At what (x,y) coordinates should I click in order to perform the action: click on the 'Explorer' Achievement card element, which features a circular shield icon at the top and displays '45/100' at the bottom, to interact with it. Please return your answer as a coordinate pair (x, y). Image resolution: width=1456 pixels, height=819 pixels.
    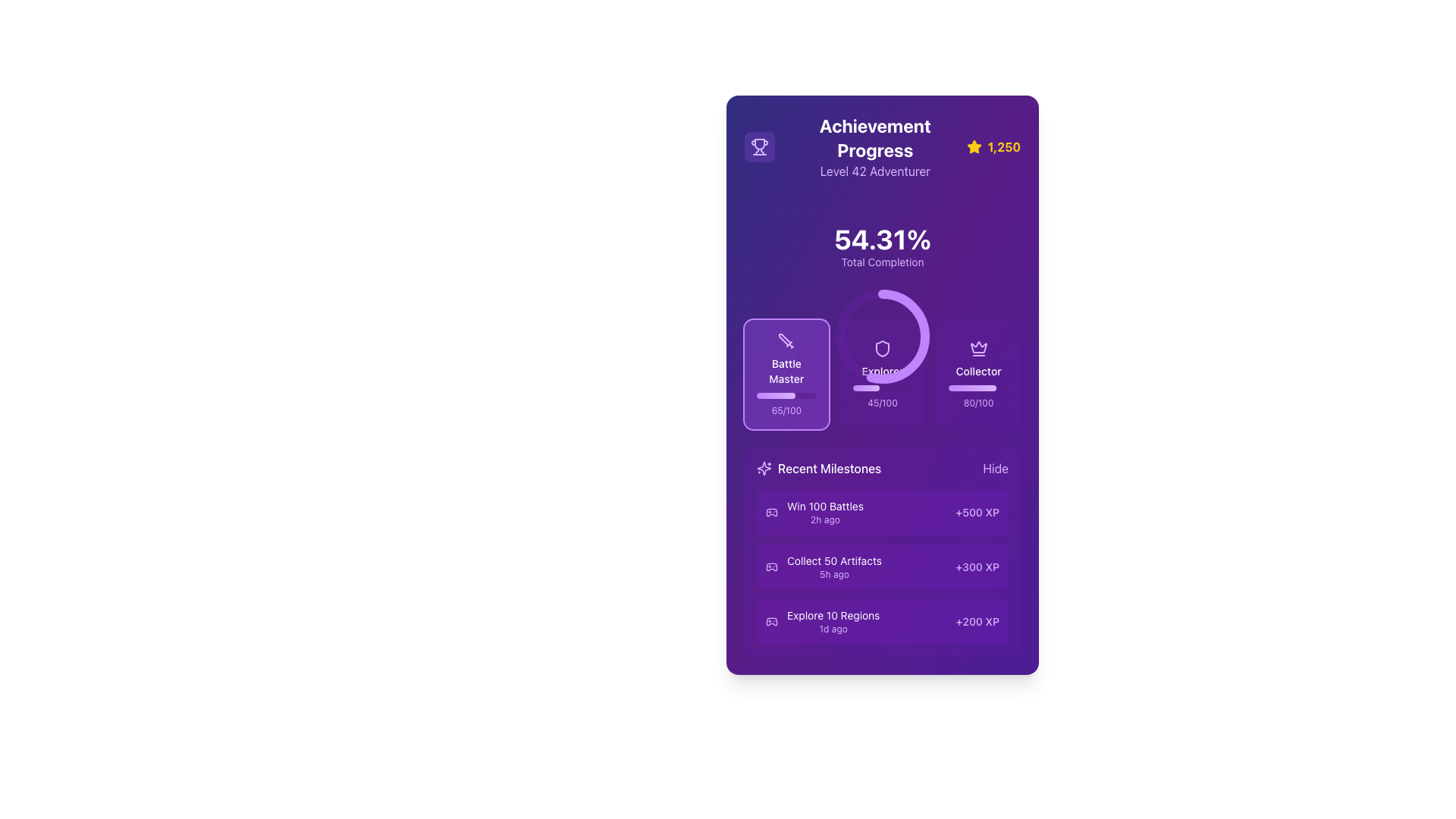
    Looking at the image, I should click on (882, 374).